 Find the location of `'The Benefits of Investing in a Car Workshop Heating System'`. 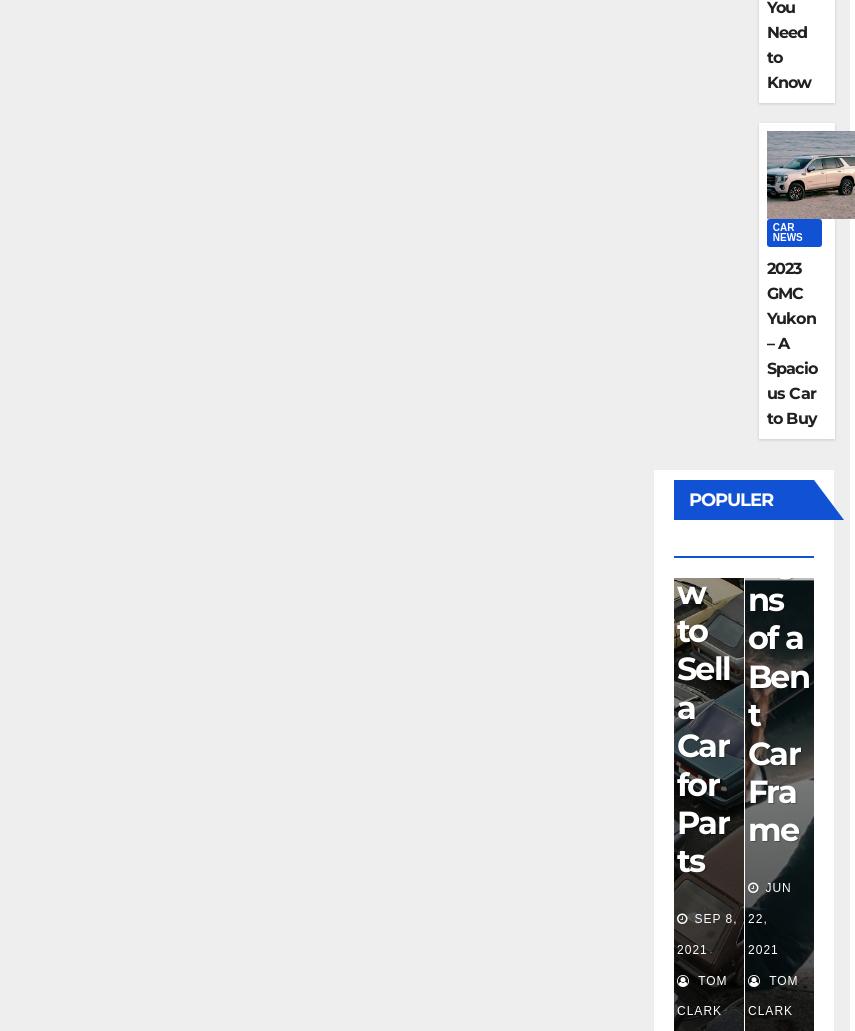

'The Benefits of Investing in a Car Workshop Heating System' is located at coordinates (748, 540).